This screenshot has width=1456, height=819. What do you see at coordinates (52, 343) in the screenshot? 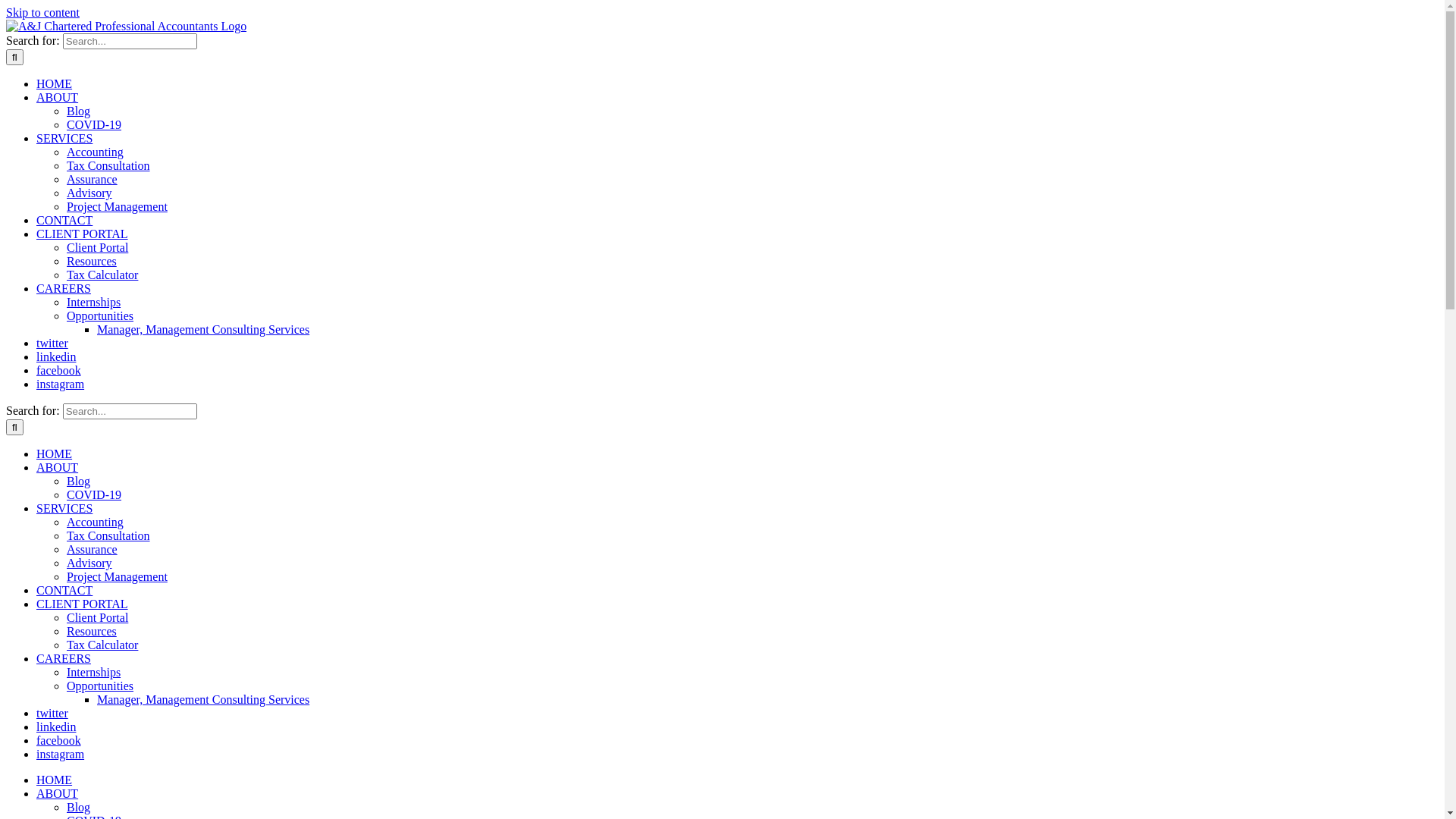
I see `'twitter'` at bounding box center [52, 343].